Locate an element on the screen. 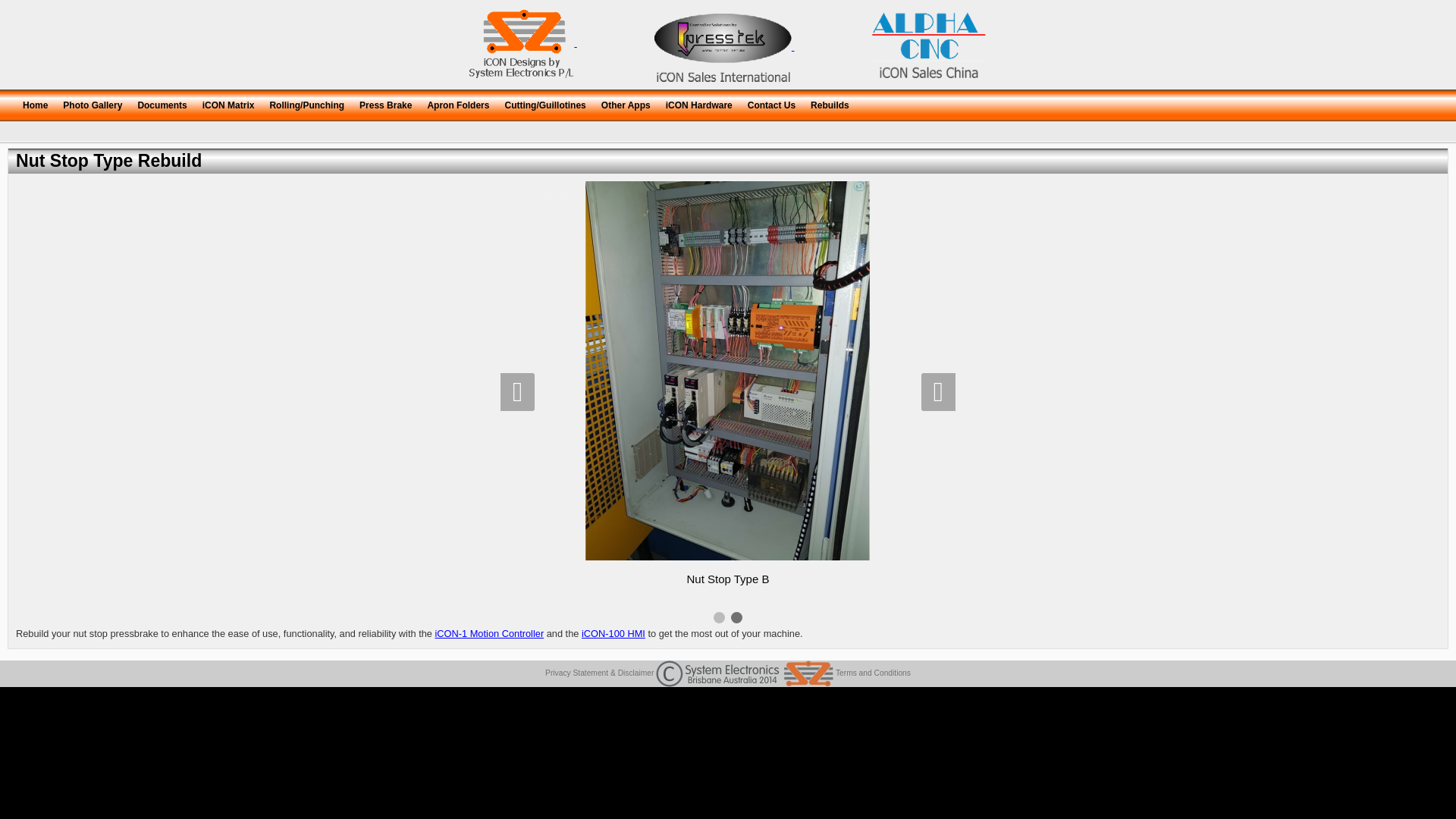 This screenshot has width=1456, height=819. 'AlphaCNC Home' is located at coordinates (872, 42).